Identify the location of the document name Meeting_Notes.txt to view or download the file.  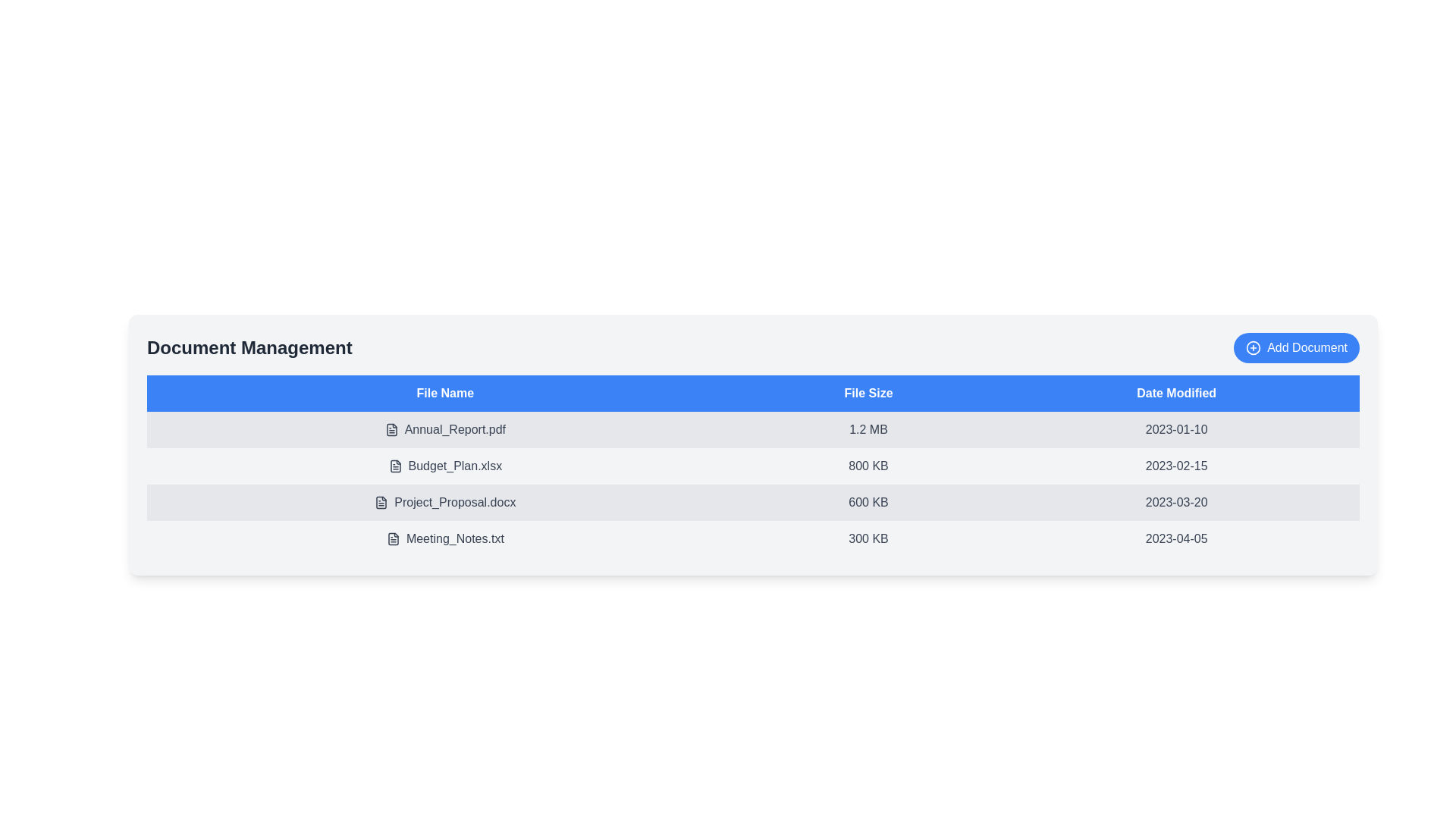
(444, 538).